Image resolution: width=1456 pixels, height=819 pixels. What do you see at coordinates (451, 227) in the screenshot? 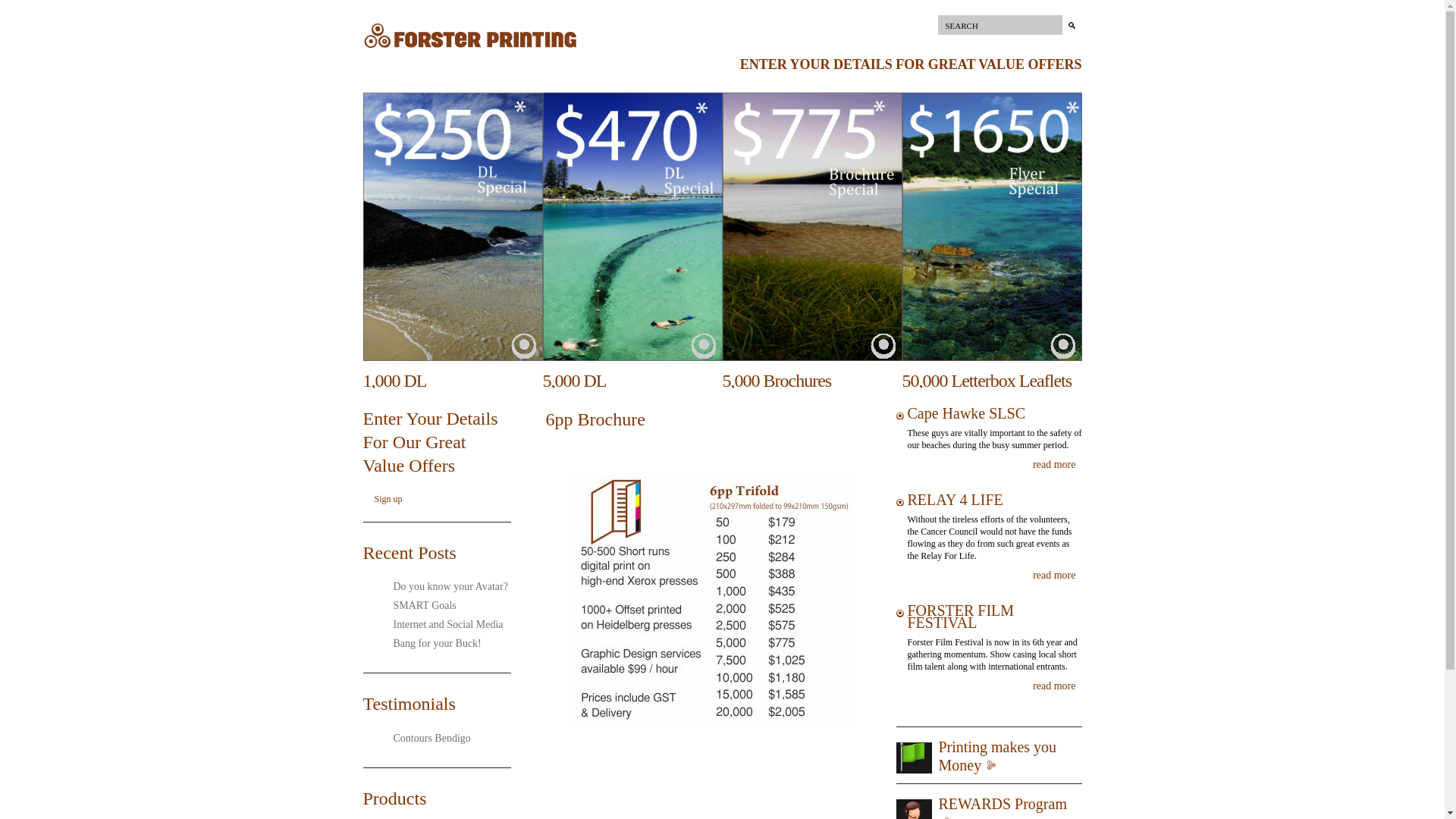
I see `'banner-img1'` at bounding box center [451, 227].